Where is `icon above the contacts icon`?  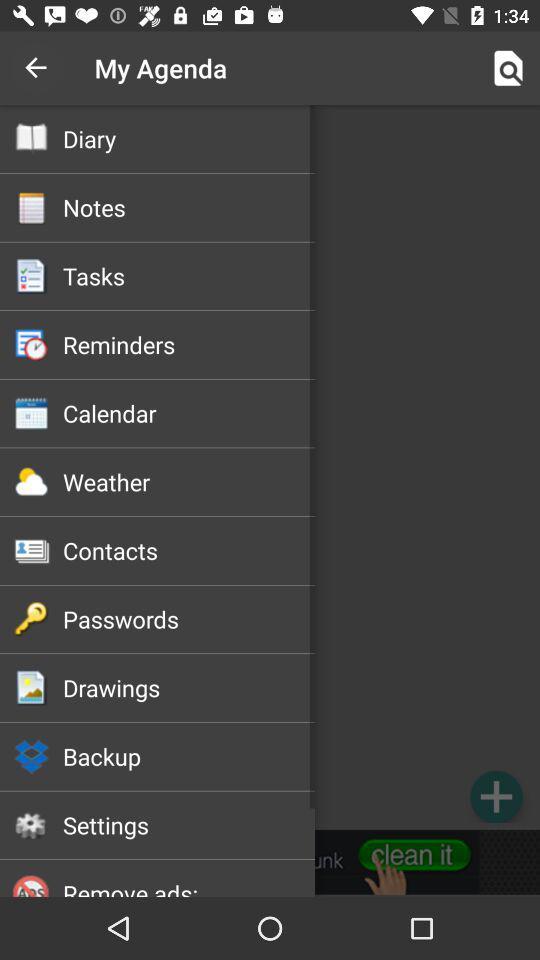
icon above the contacts icon is located at coordinates (189, 481).